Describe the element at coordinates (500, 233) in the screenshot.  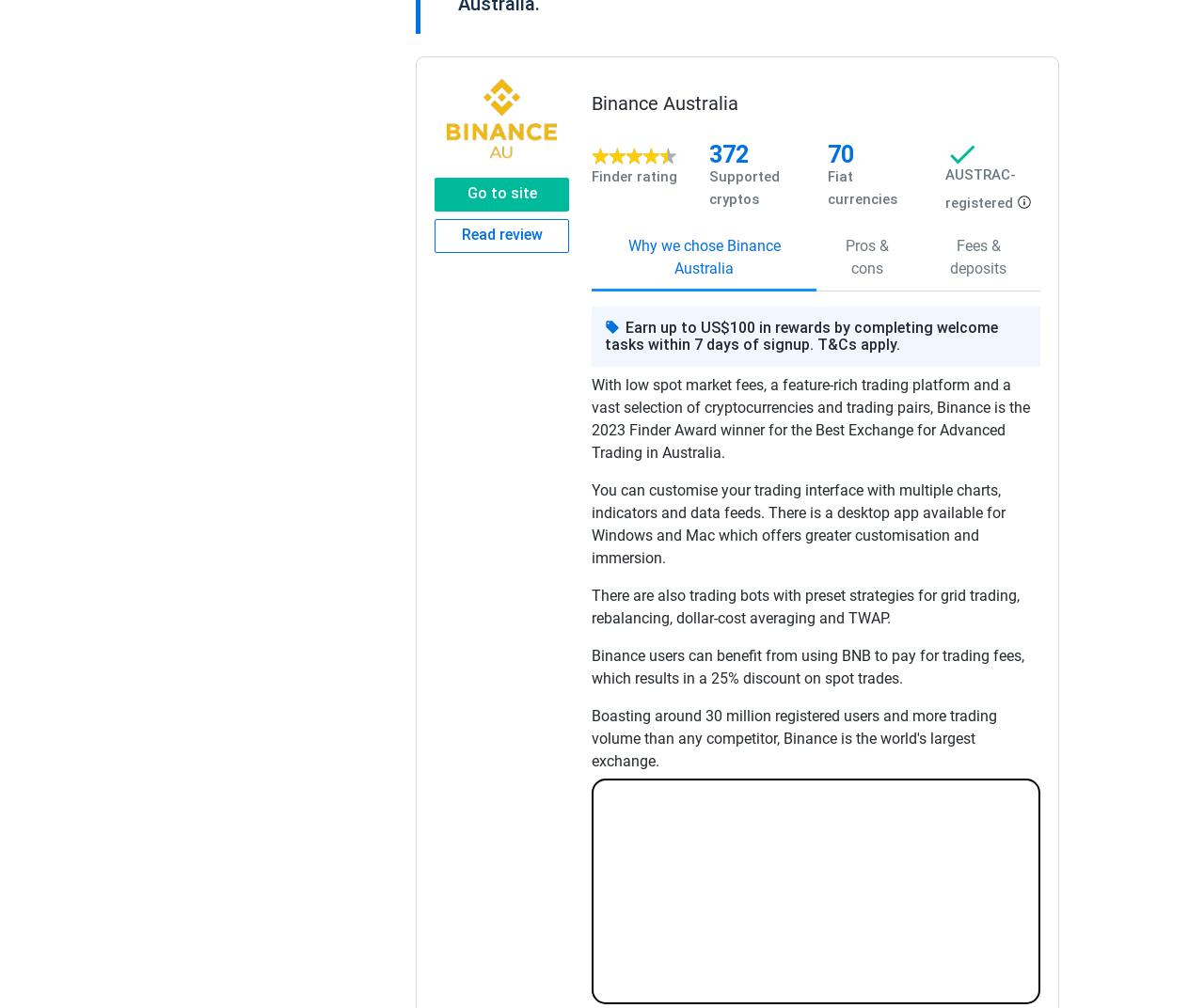
I see `'Read review'` at that location.